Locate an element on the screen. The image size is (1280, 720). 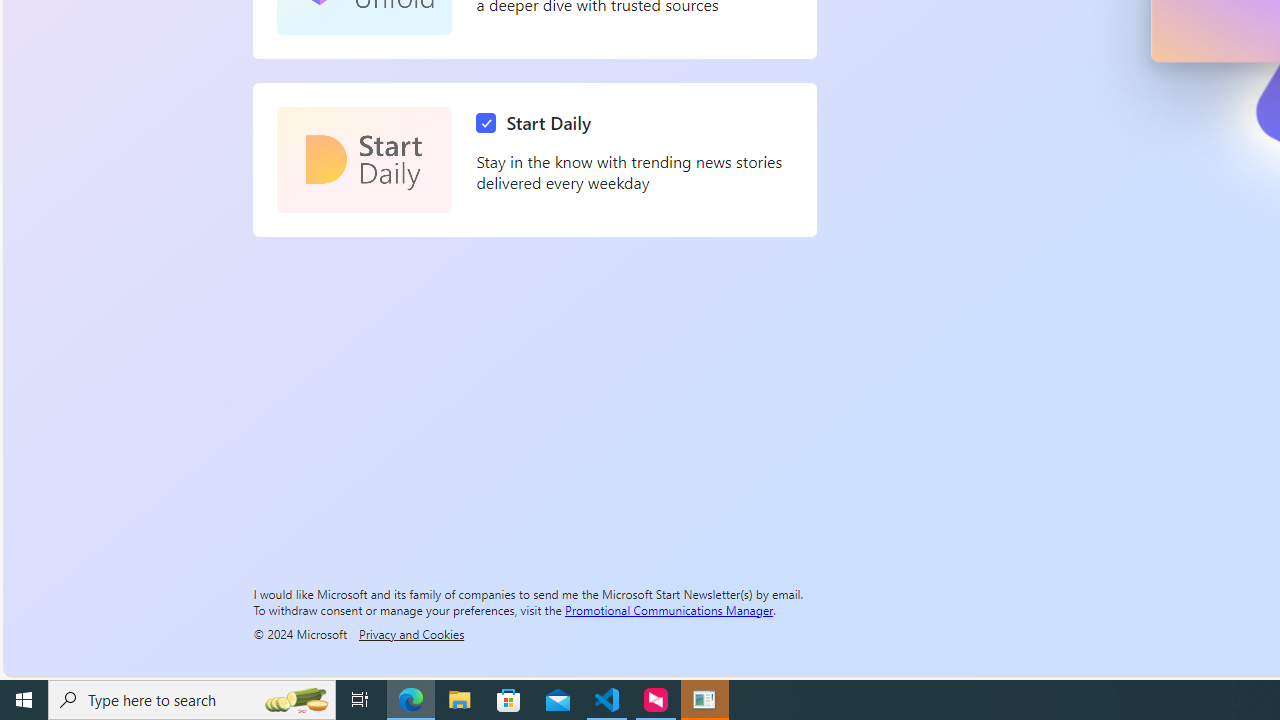
'Start Daily' is located at coordinates (538, 123).